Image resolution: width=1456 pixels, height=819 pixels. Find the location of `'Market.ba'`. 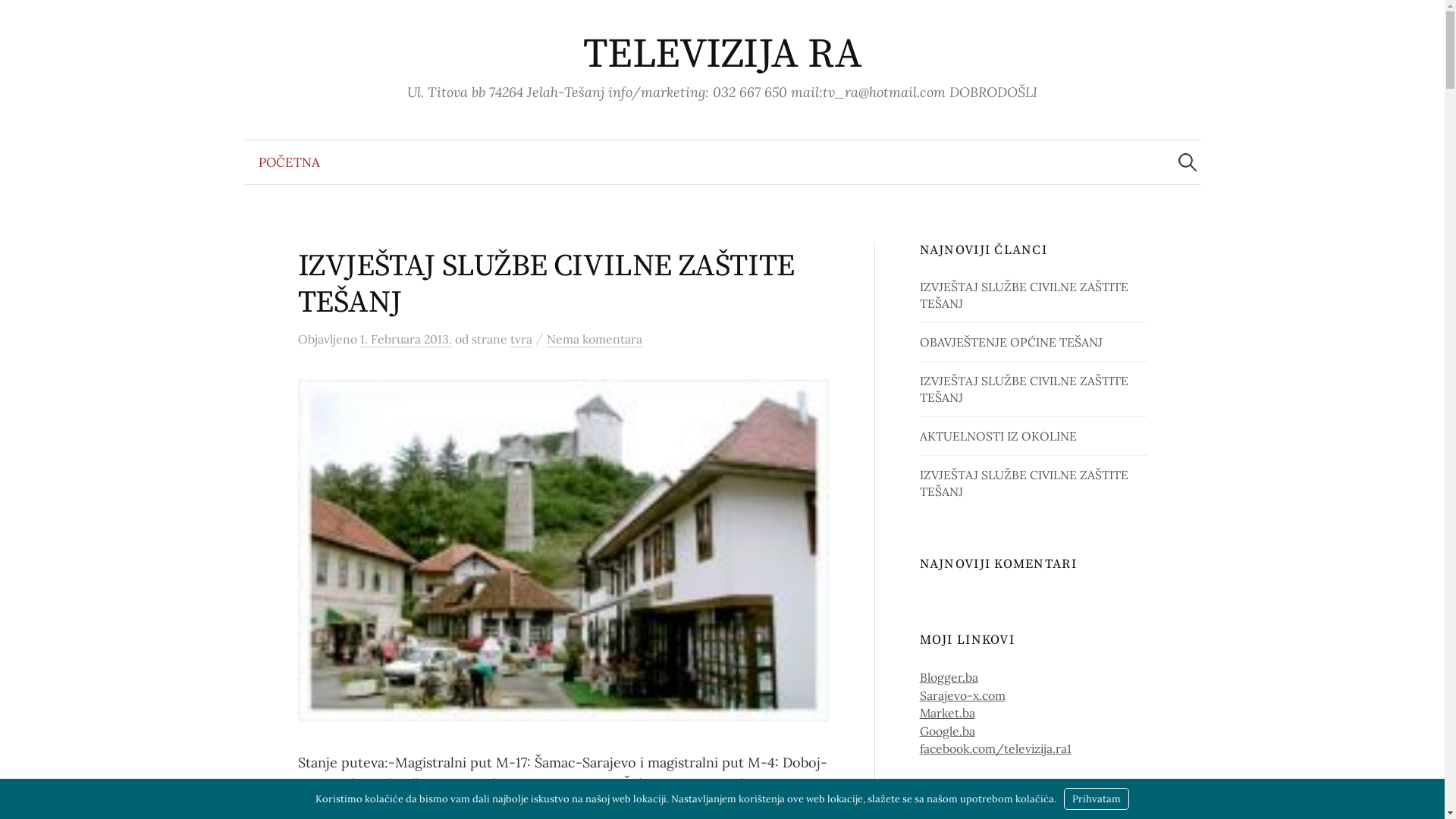

'Market.ba' is located at coordinates (946, 713).